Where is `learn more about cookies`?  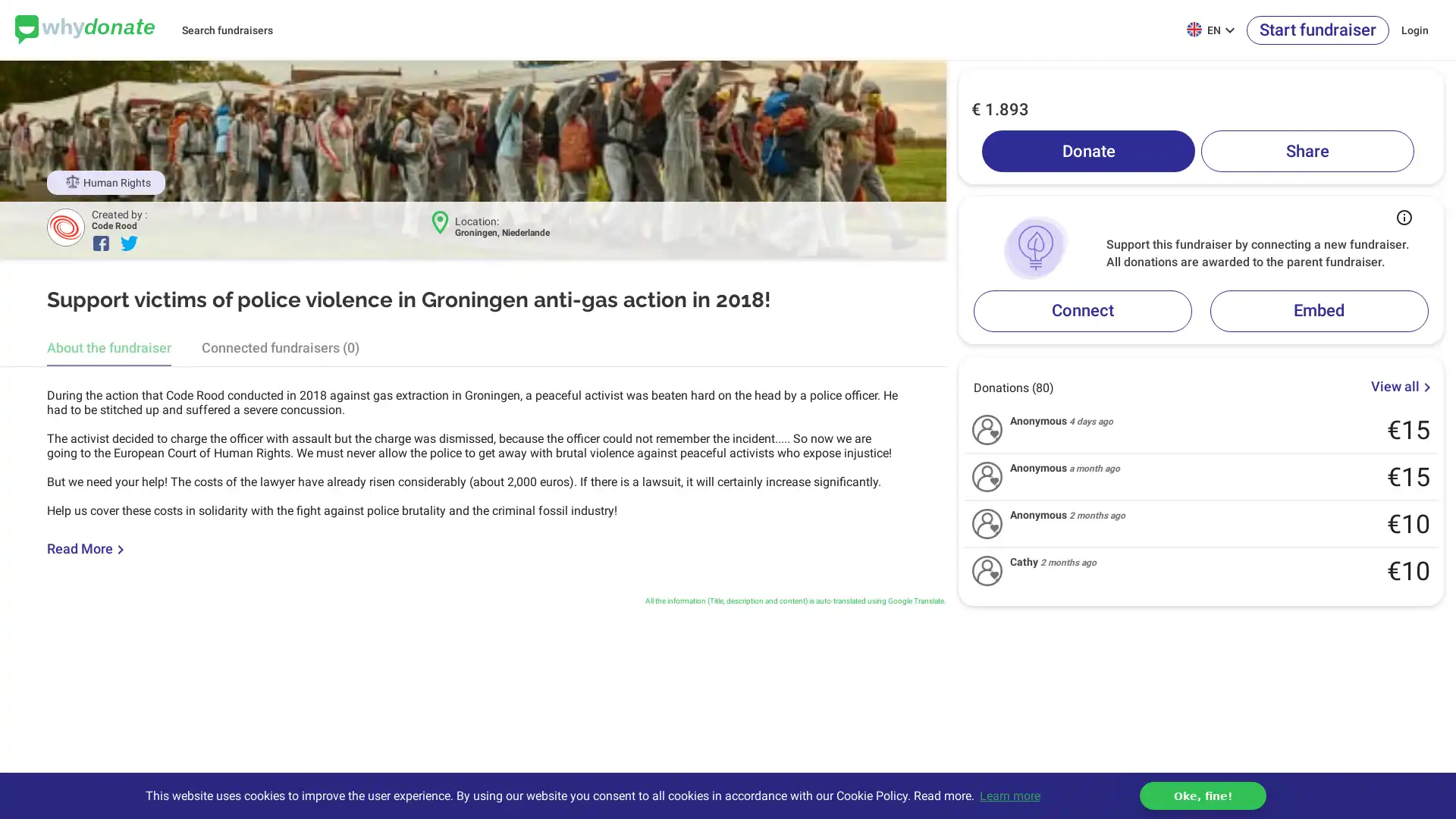 learn more about cookies is located at coordinates (1010, 795).